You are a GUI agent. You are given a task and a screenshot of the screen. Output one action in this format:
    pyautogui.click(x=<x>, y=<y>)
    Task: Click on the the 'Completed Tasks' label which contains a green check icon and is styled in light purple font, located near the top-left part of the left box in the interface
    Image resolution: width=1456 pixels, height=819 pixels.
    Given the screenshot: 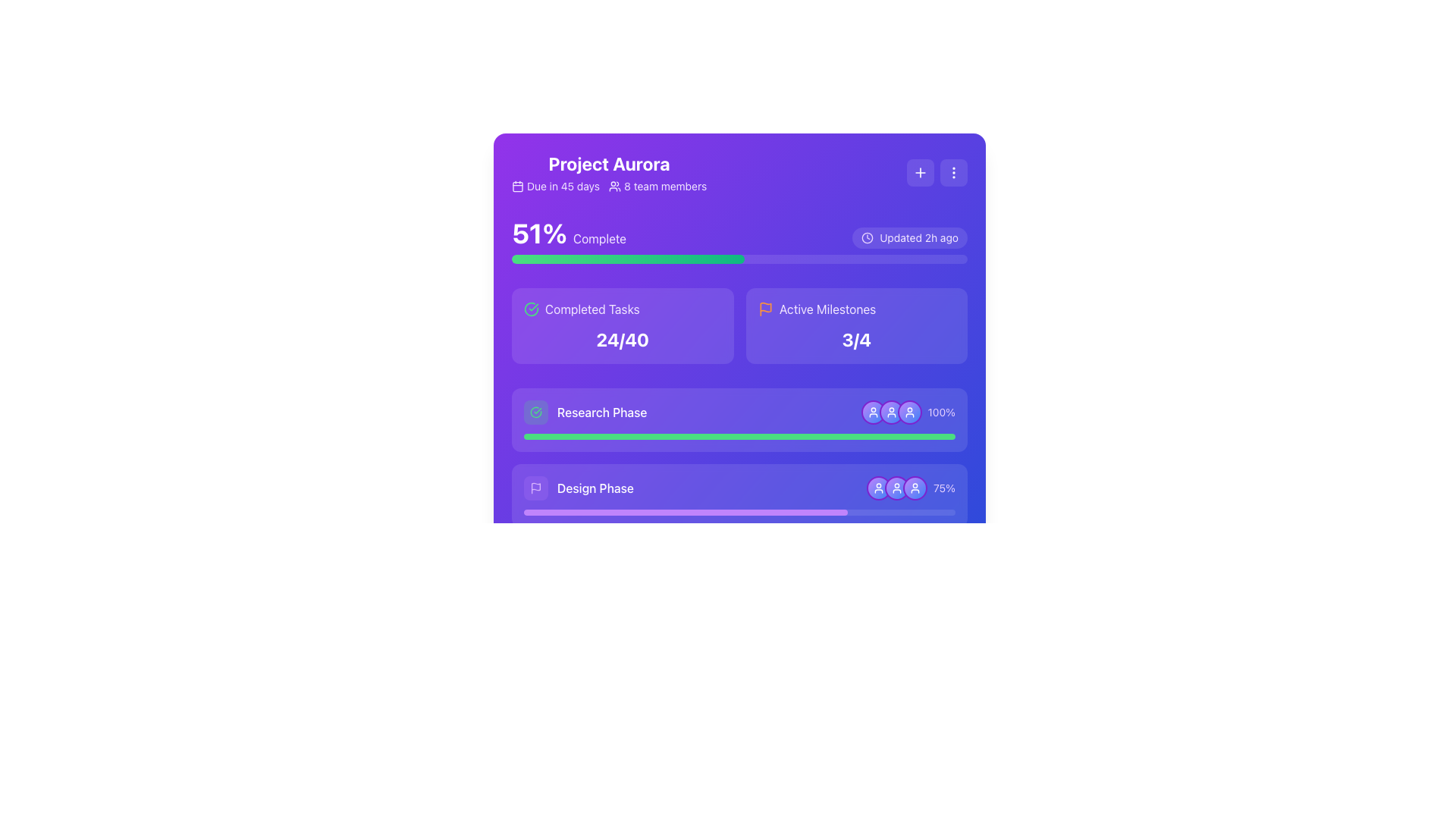 What is the action you would take?
    pyautogui.click(x=623, y=309)
    